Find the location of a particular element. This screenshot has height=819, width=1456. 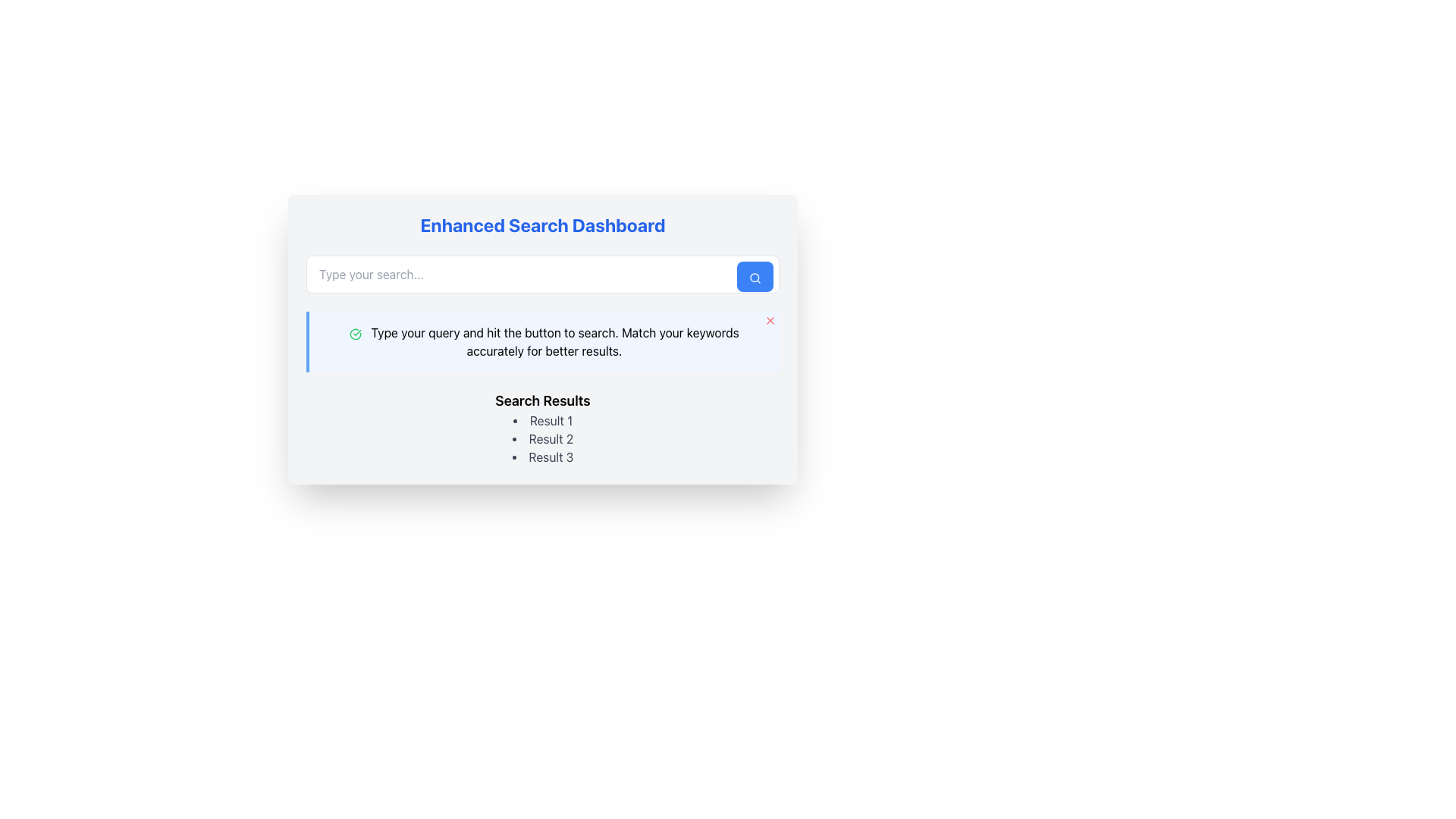

the green outlined circle graphical icon with a check mark inside, which is located to the left of the instruction text 'Type your query...' is located at coordinates (355, 333).